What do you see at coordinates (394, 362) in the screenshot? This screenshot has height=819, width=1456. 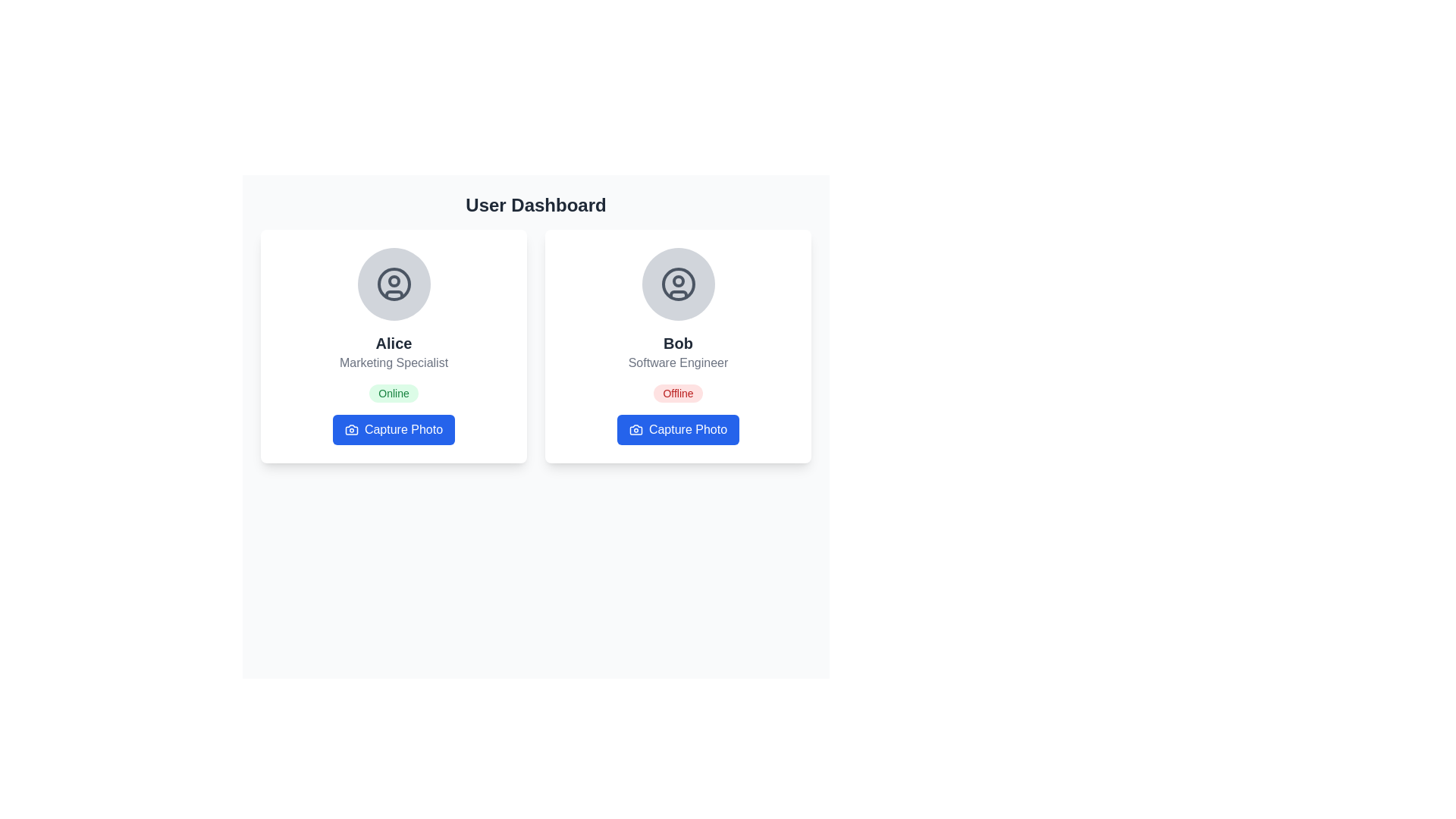 I see `the static text label indicating the professional title or role of 'Alice', which is located under the name 'Alice' and above the status badge 'Online'` at bounding box center [394, 362].